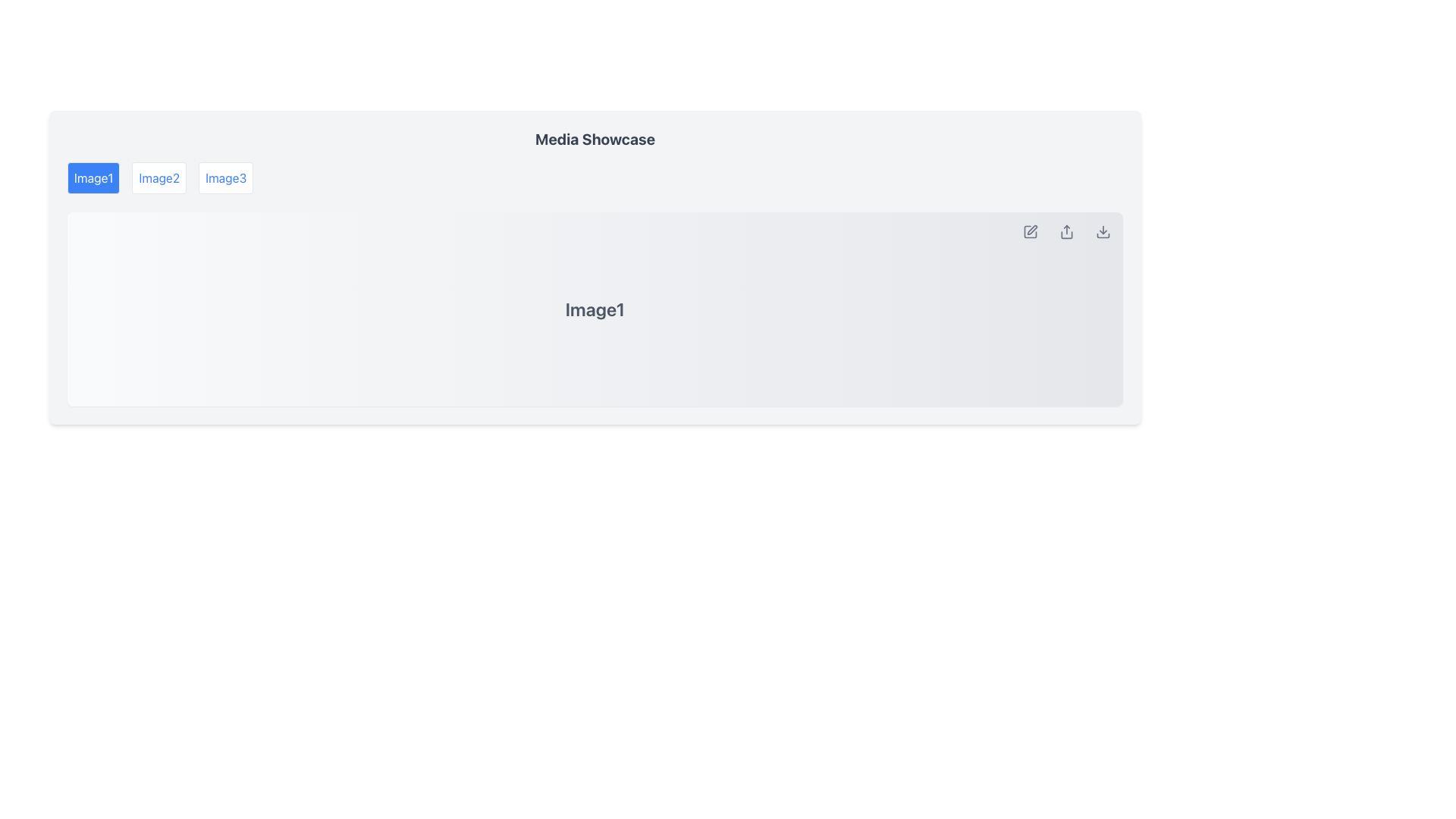 The image size is (1456, 819). Describe the element at coordinates (1065, 231) in the screenshot. I see `the sharing icon located at the top-right corner of the component labeled 'Image1', positioned between the edit icon and the download icon` at that location.